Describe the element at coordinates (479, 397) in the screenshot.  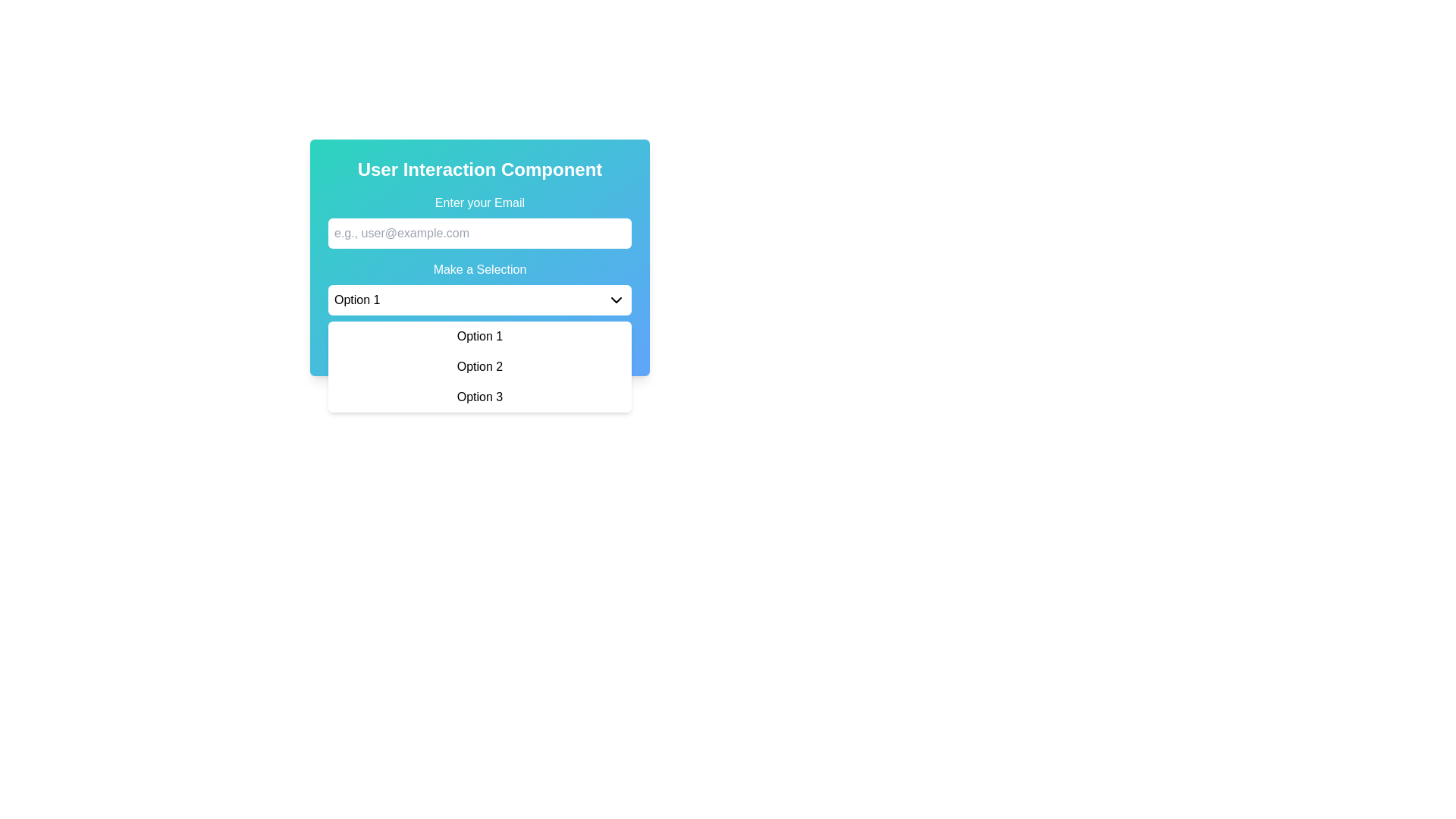
I see `the Dropdown list option displaying 'Option 3' by clicking on it` at that location.